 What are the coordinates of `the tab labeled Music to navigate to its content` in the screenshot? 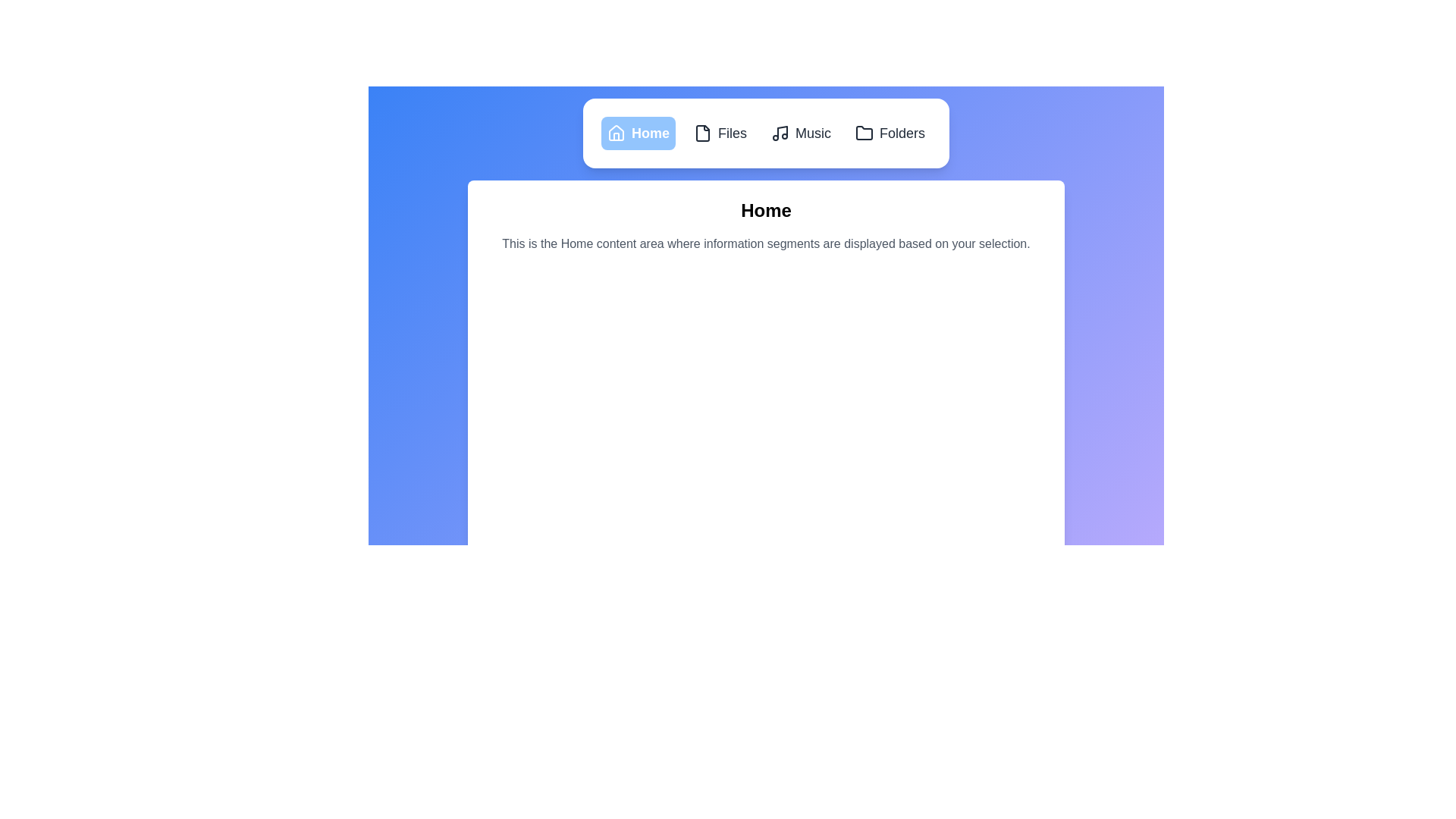 It's located at (800, 133).